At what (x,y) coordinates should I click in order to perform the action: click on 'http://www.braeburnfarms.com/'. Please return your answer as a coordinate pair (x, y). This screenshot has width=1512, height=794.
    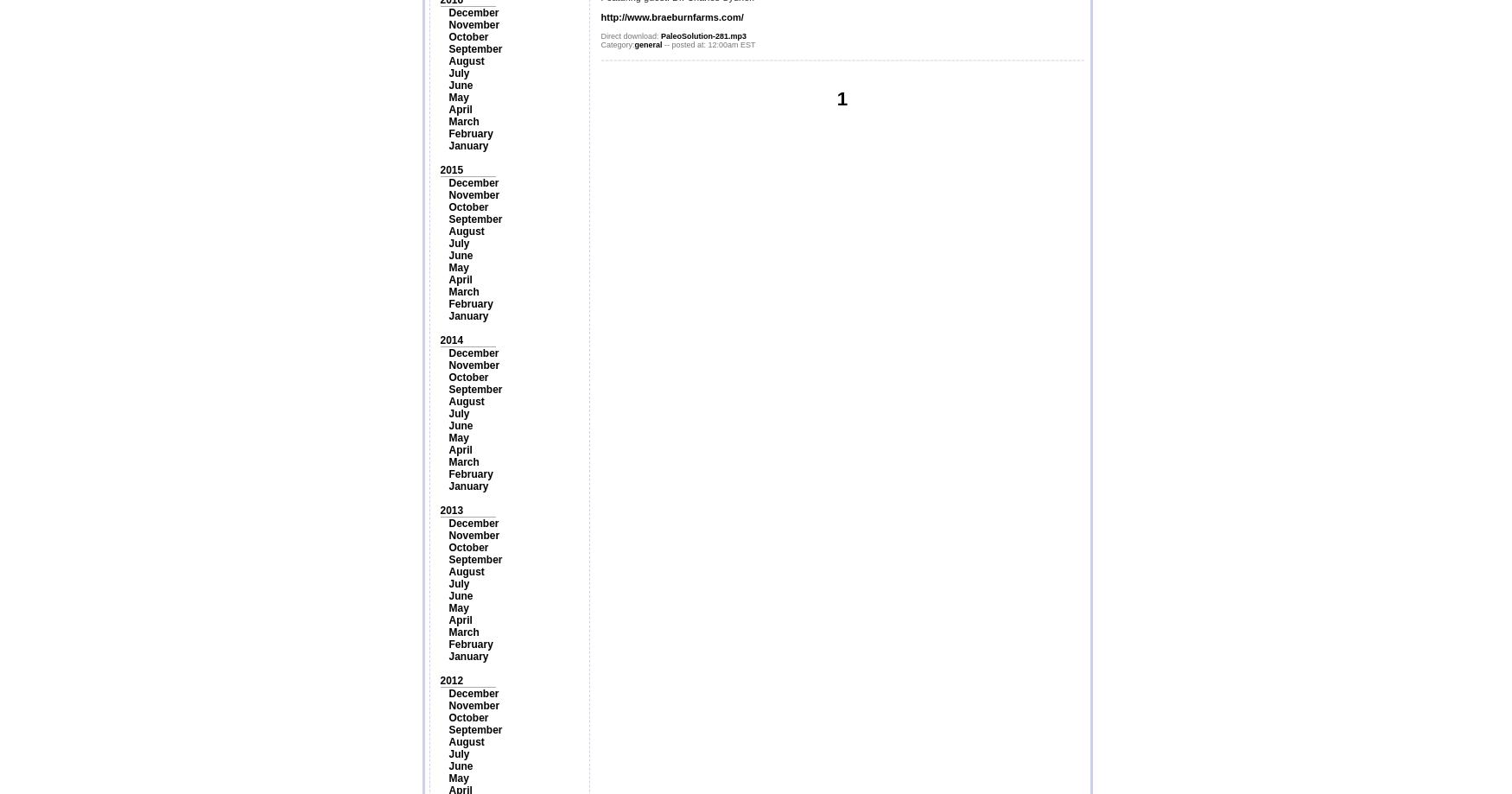
    Looking at the image, I should click on (670, 17).